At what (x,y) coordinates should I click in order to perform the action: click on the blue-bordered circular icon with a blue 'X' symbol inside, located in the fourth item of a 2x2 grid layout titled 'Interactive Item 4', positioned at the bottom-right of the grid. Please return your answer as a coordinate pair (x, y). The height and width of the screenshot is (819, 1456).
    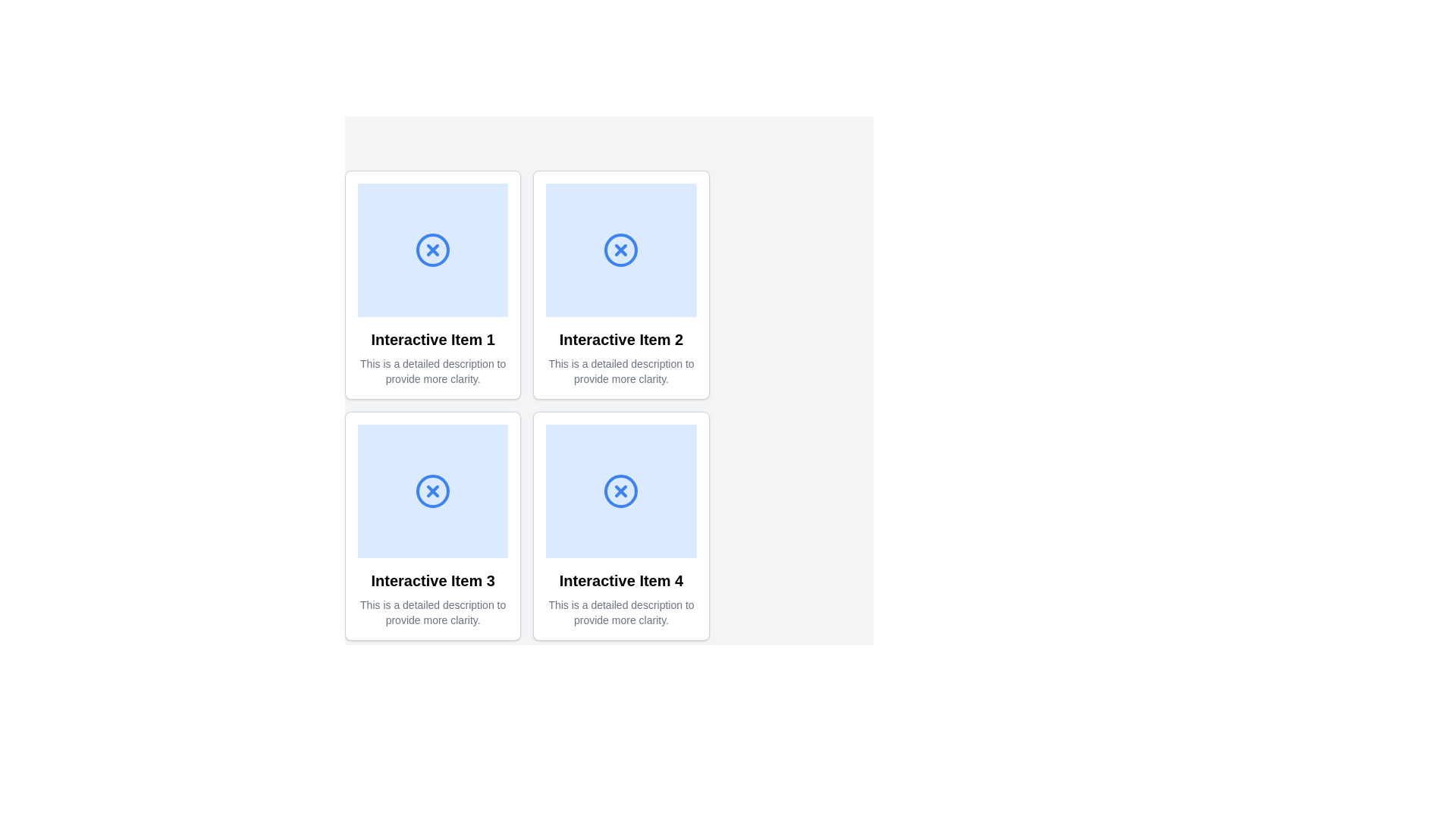
    Looking at the image, I should click on (621, 491).